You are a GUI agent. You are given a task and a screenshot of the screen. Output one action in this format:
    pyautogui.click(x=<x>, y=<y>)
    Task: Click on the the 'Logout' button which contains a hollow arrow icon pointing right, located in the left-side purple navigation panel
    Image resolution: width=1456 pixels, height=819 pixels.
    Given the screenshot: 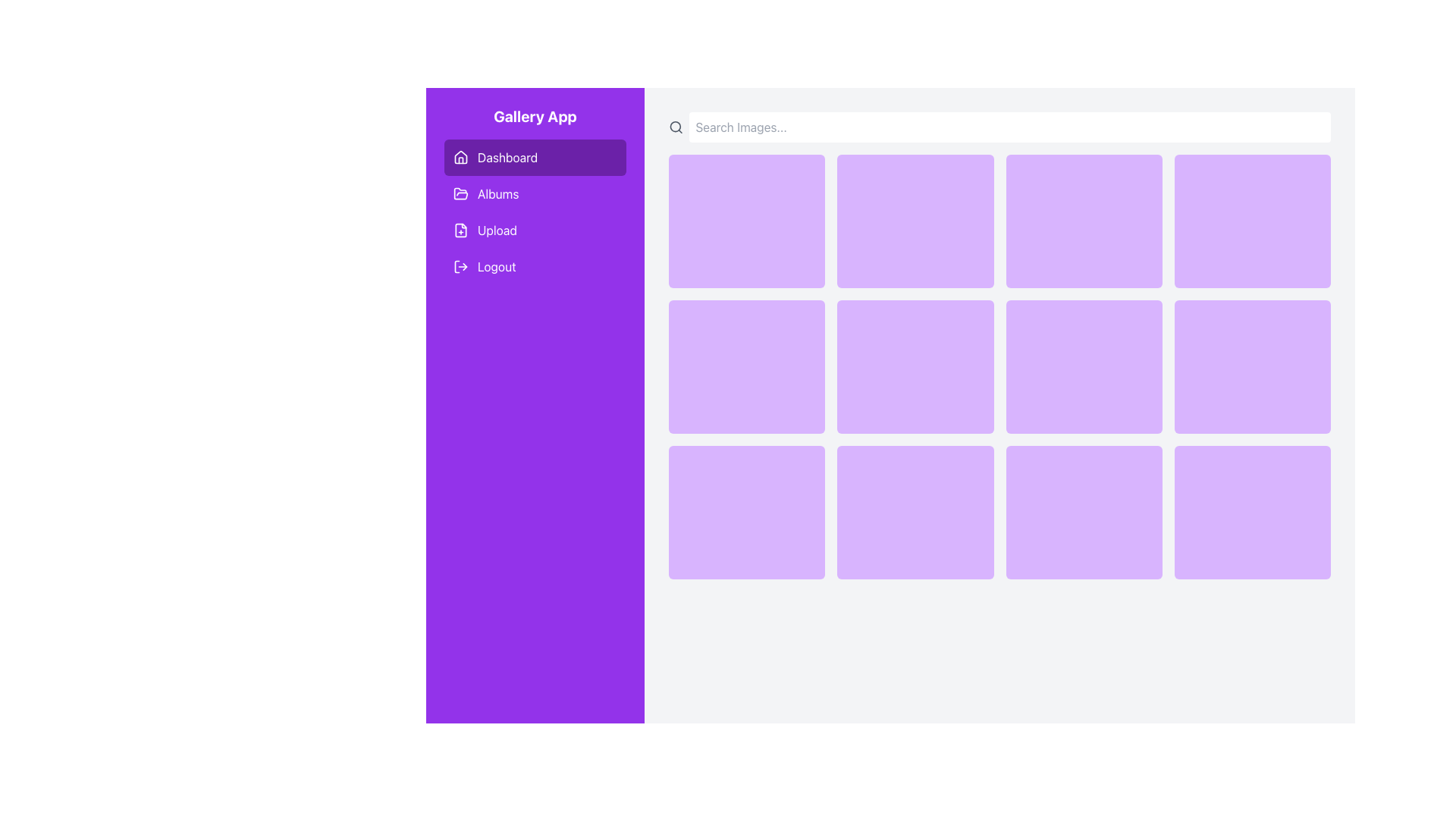 What is the action you would take?
    pyautogui.click(x=460, y=265)
    